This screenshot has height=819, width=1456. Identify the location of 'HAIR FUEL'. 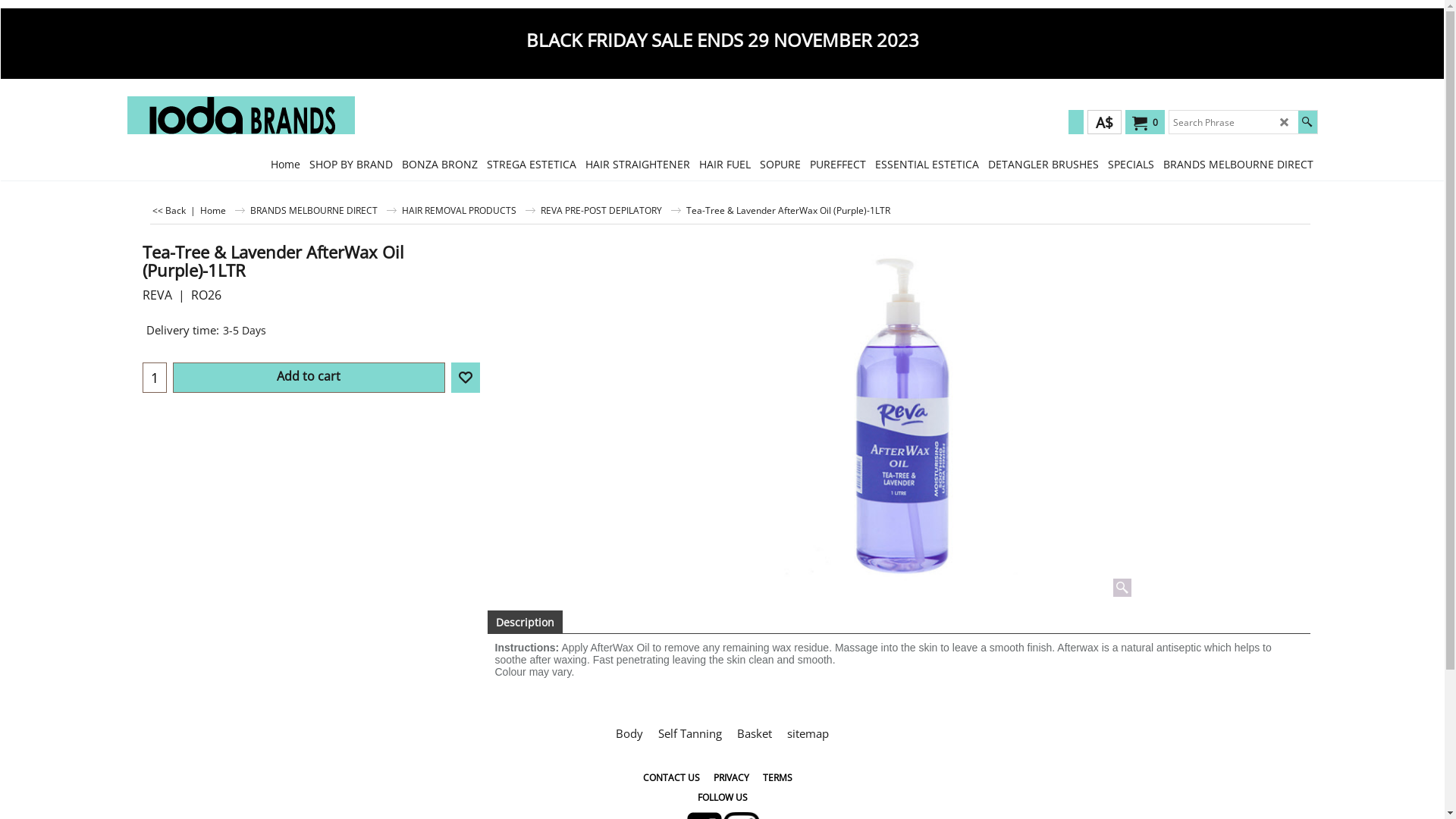
(723, 163).